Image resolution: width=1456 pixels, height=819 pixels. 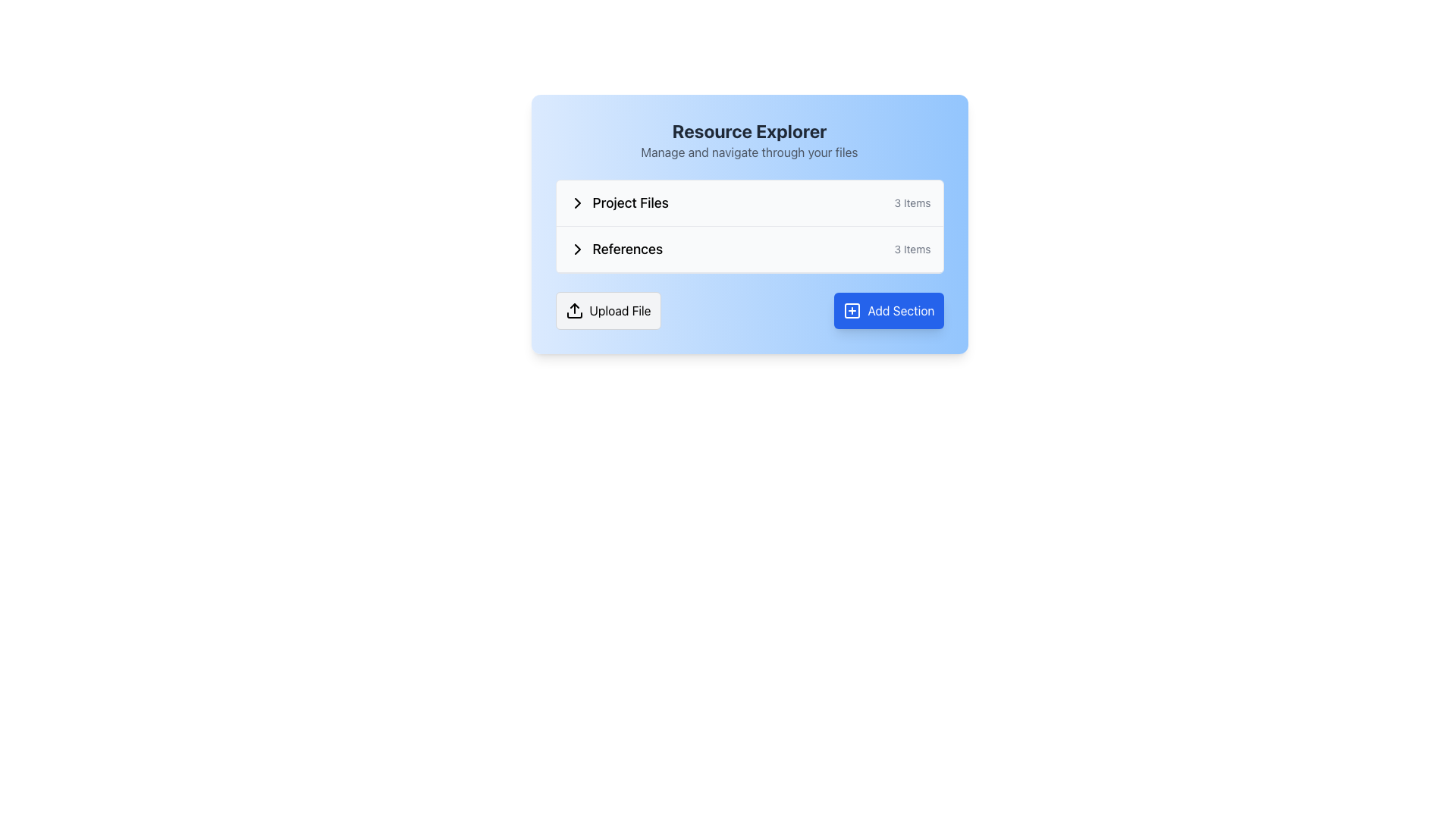 What do you see at coordinates (573, 309) in the screenshot?
I see `the icon within the 'Upload File' button that indicates file uploading, located on the left side of the button before the text 'Upload File'` at bounding box center [573, 309].